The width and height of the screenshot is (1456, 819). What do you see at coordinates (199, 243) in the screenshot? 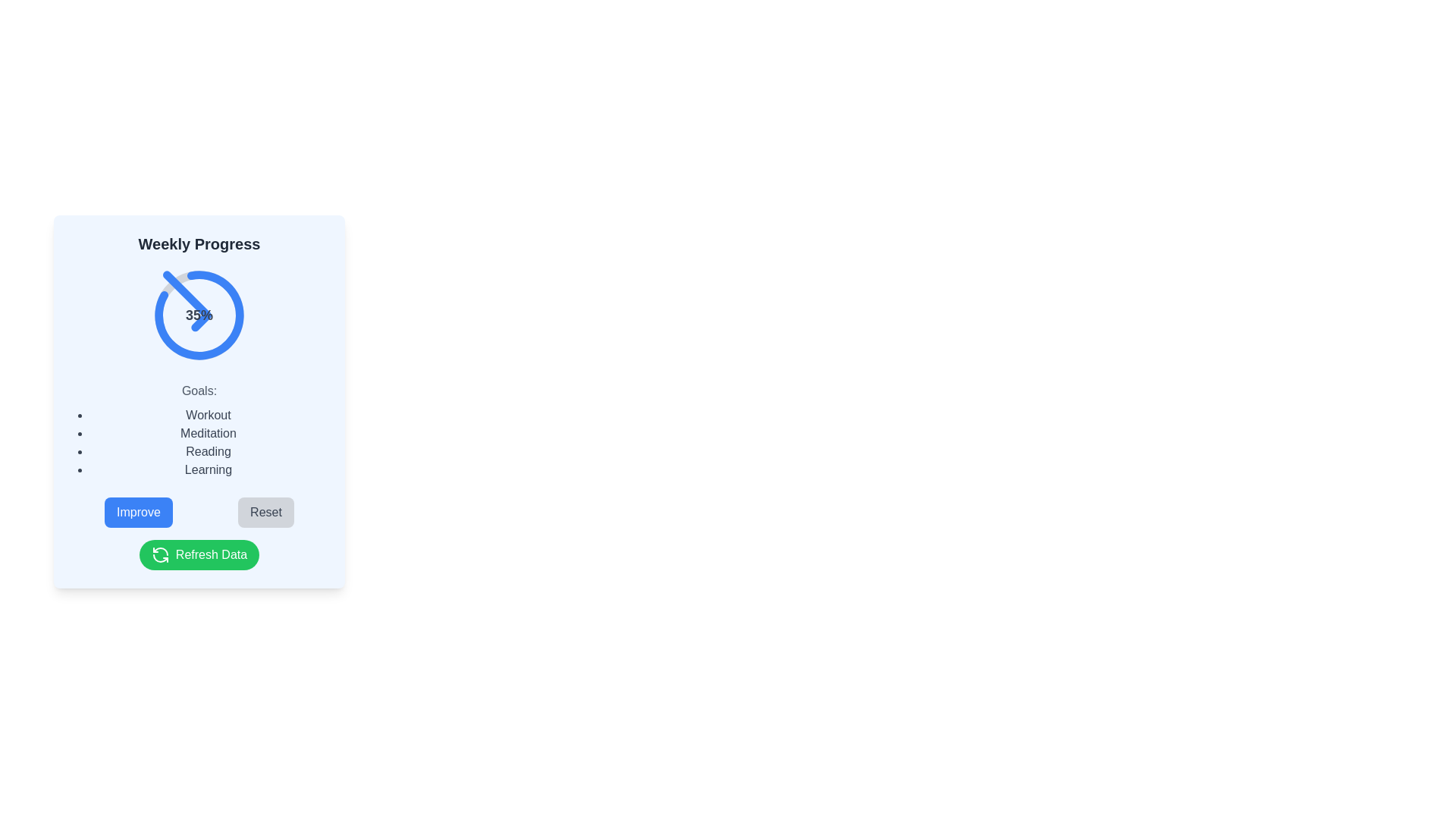
I see `the title text block that serves as a heading for the card, located at the top part of the card above the circular progress indicator` at bounding box center [199, 243].